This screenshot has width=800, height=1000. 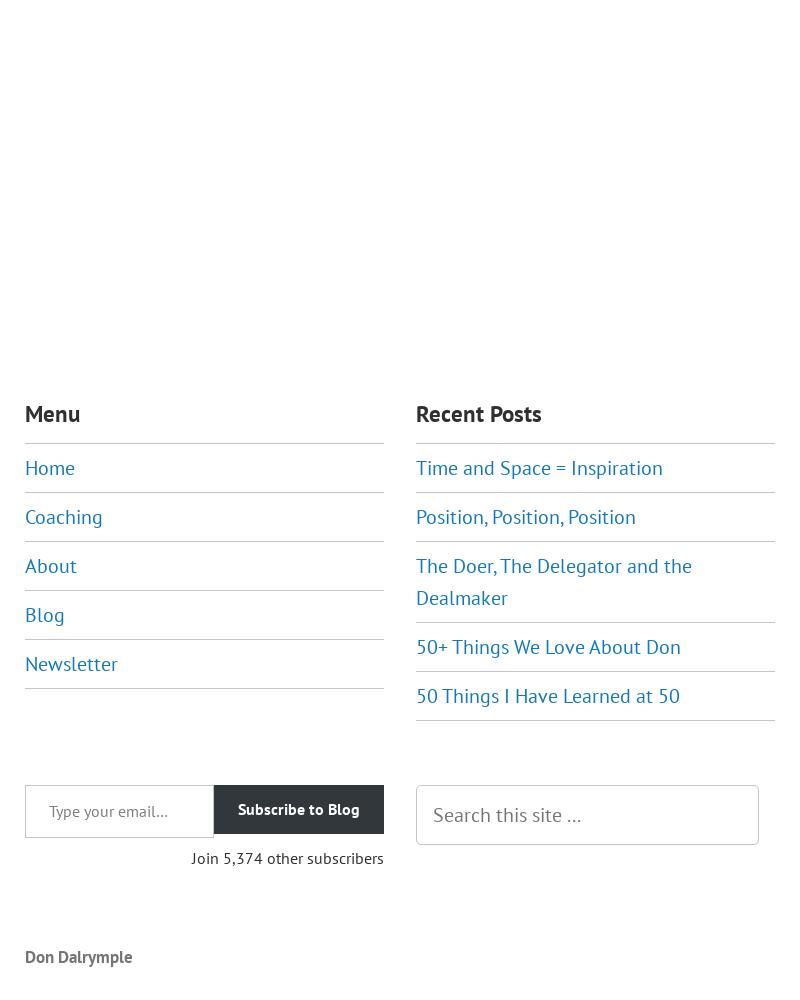 What do you see at coordinates (79, 955) in the screenshot?
I see `'Don Dalrymple'` at bounding box center [79, 955].